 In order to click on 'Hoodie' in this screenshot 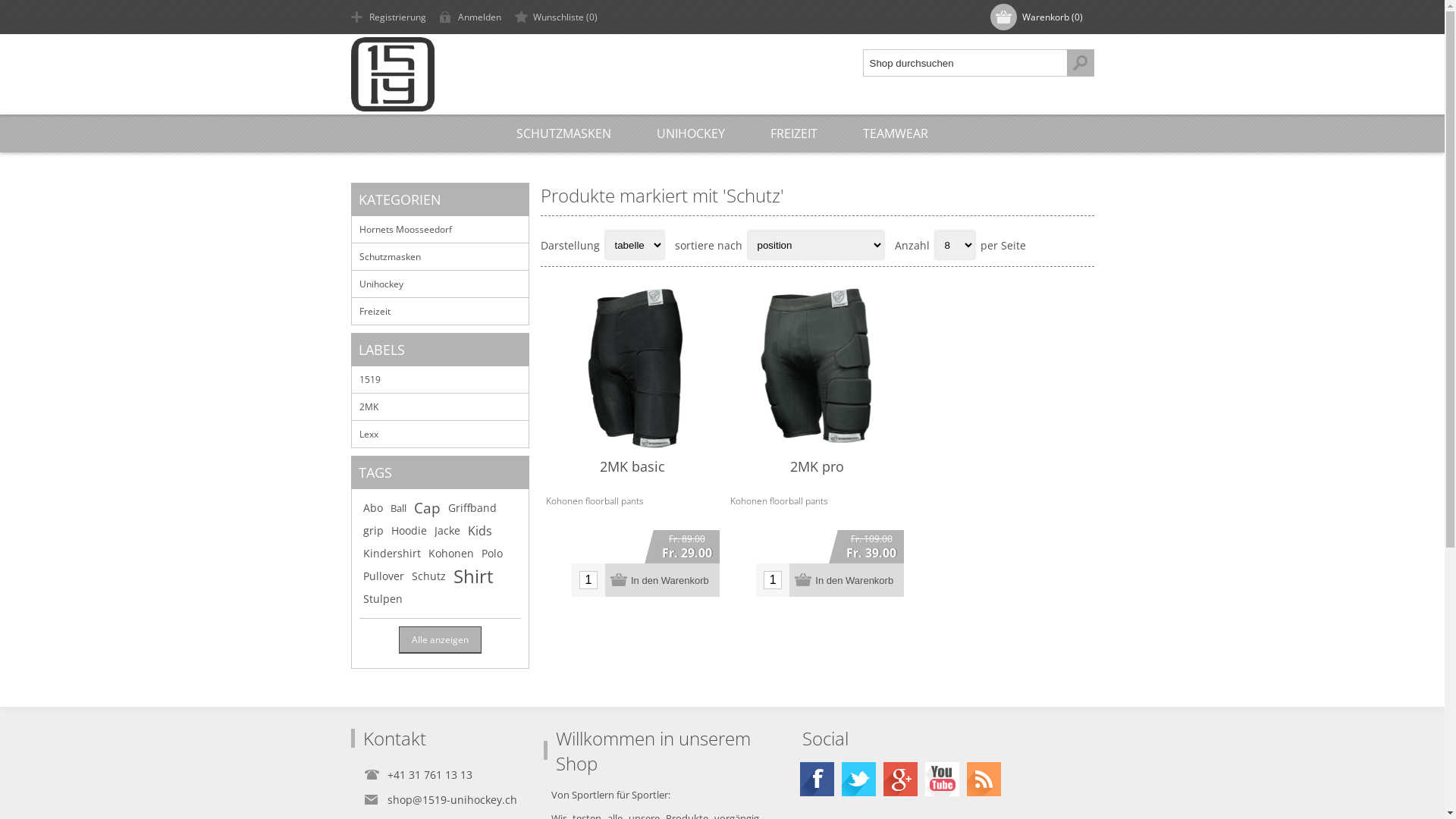, I will do `click(409, 529)`.